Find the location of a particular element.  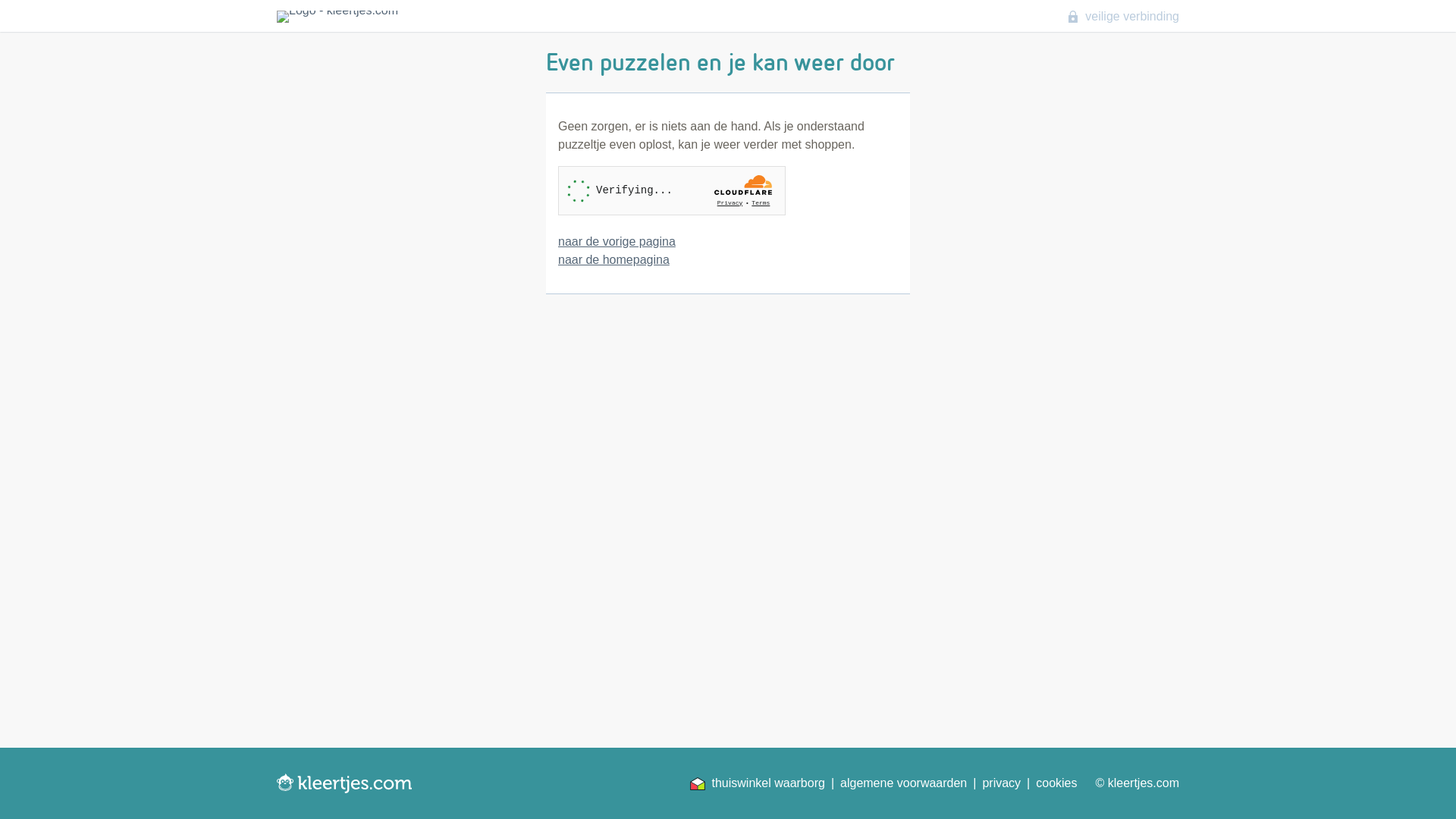

'naar de vorige pagina' is located at coordinates (617, 240).